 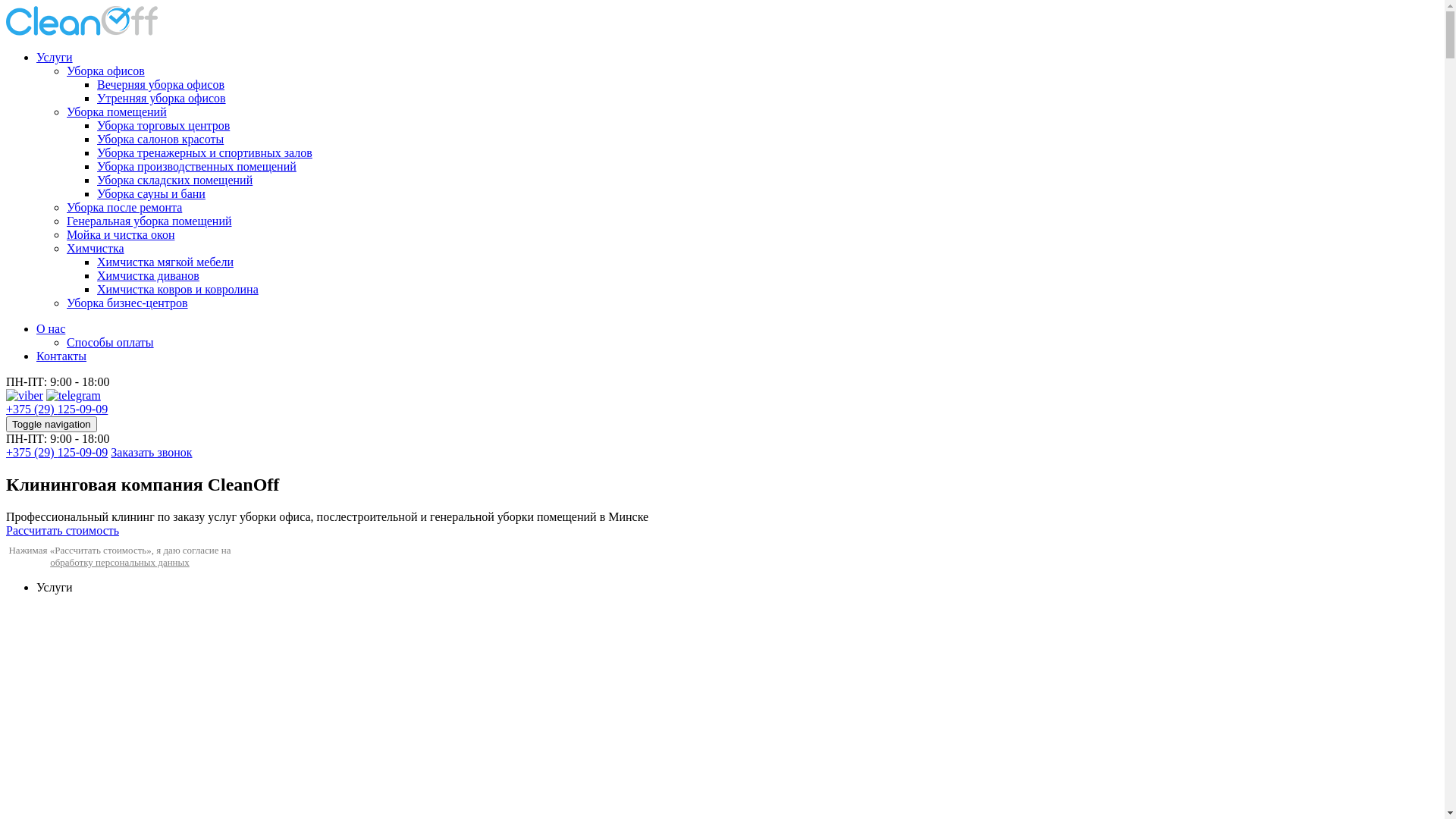 I want to click on 'Toggle navigation', so click(x=51, y=424).